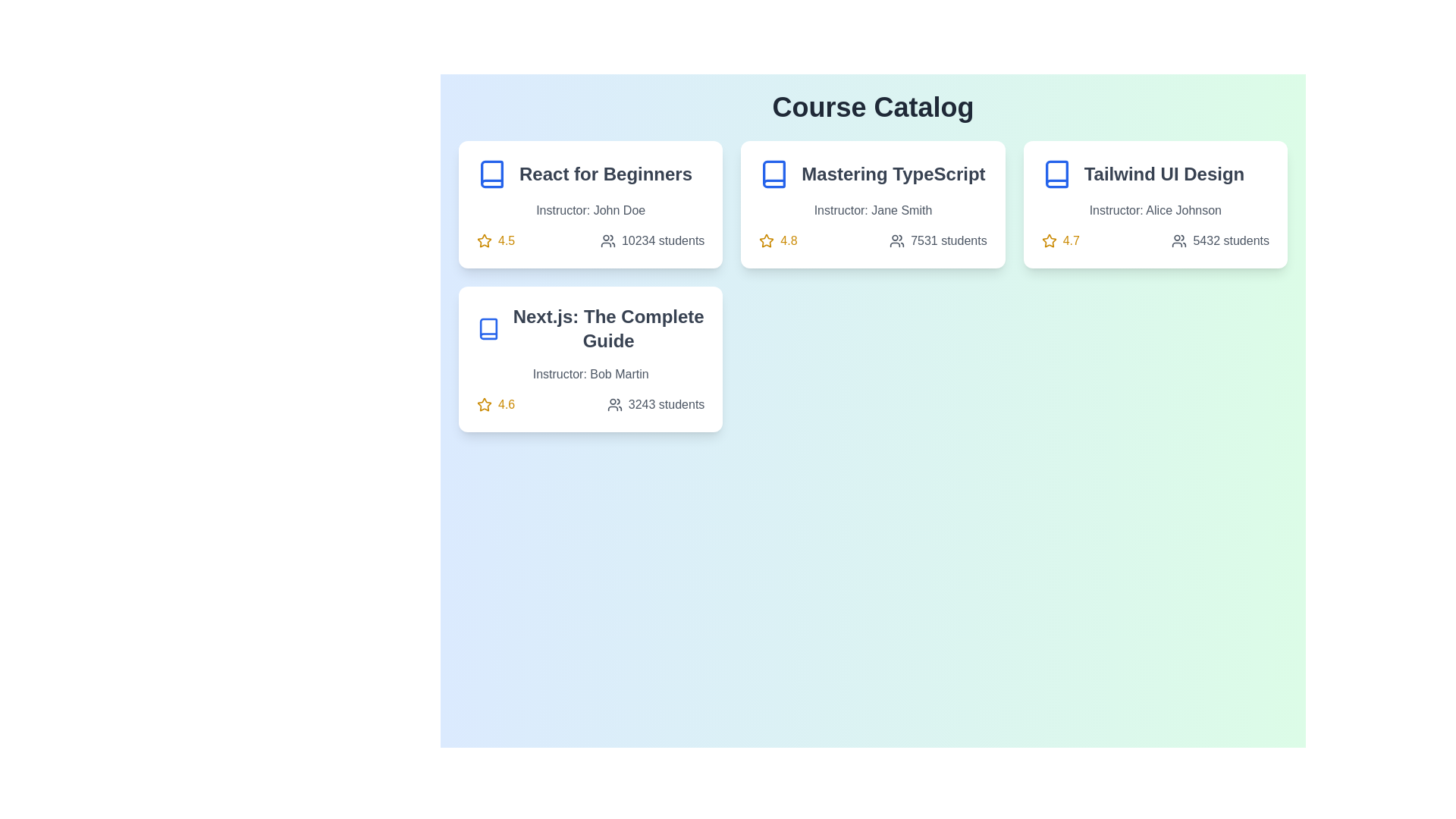  What do you see at coordinates (1220, 240) in the screenshot?
I see `numeric indication of the number of students enrolled in the course from the text label located at the bottom center of the 'Tailwind UI Design' card` at bounding box center [1220, 240].